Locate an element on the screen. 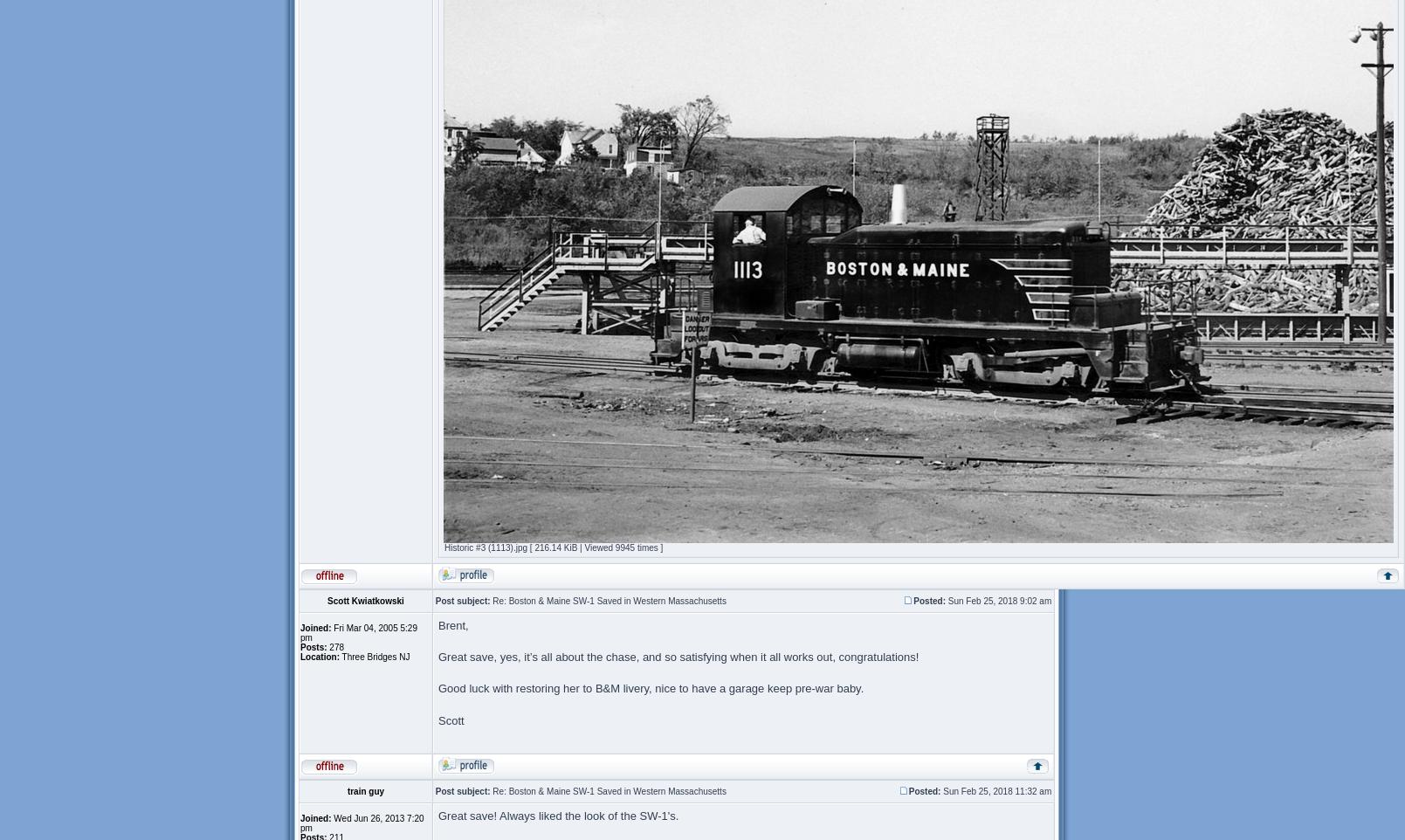 This screenshot has height=840, width=1405. 'Great save! Always liked the look of the SW-1's.' is located at coordinates (557, 815).